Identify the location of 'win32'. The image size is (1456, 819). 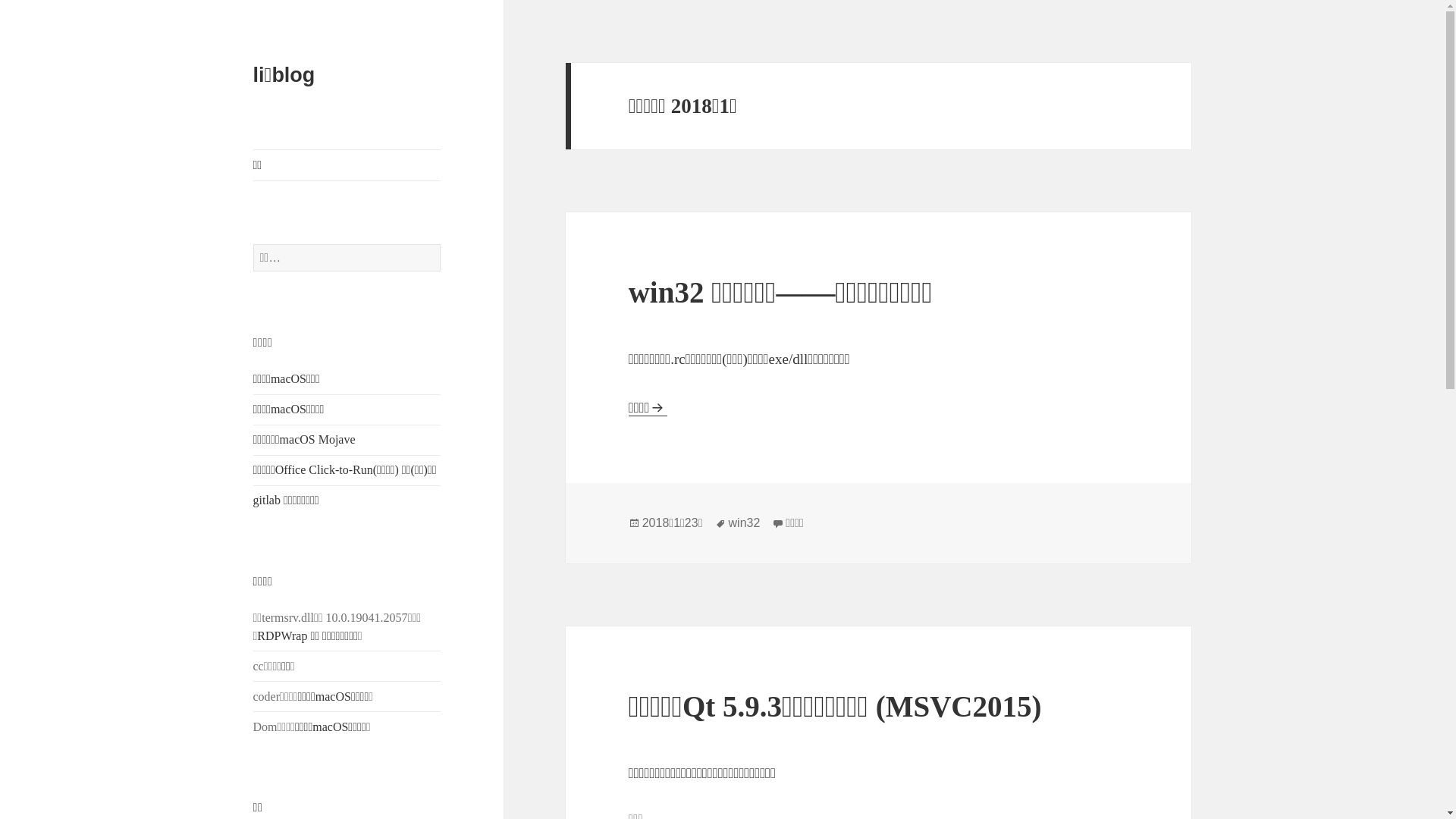
(745, 522).